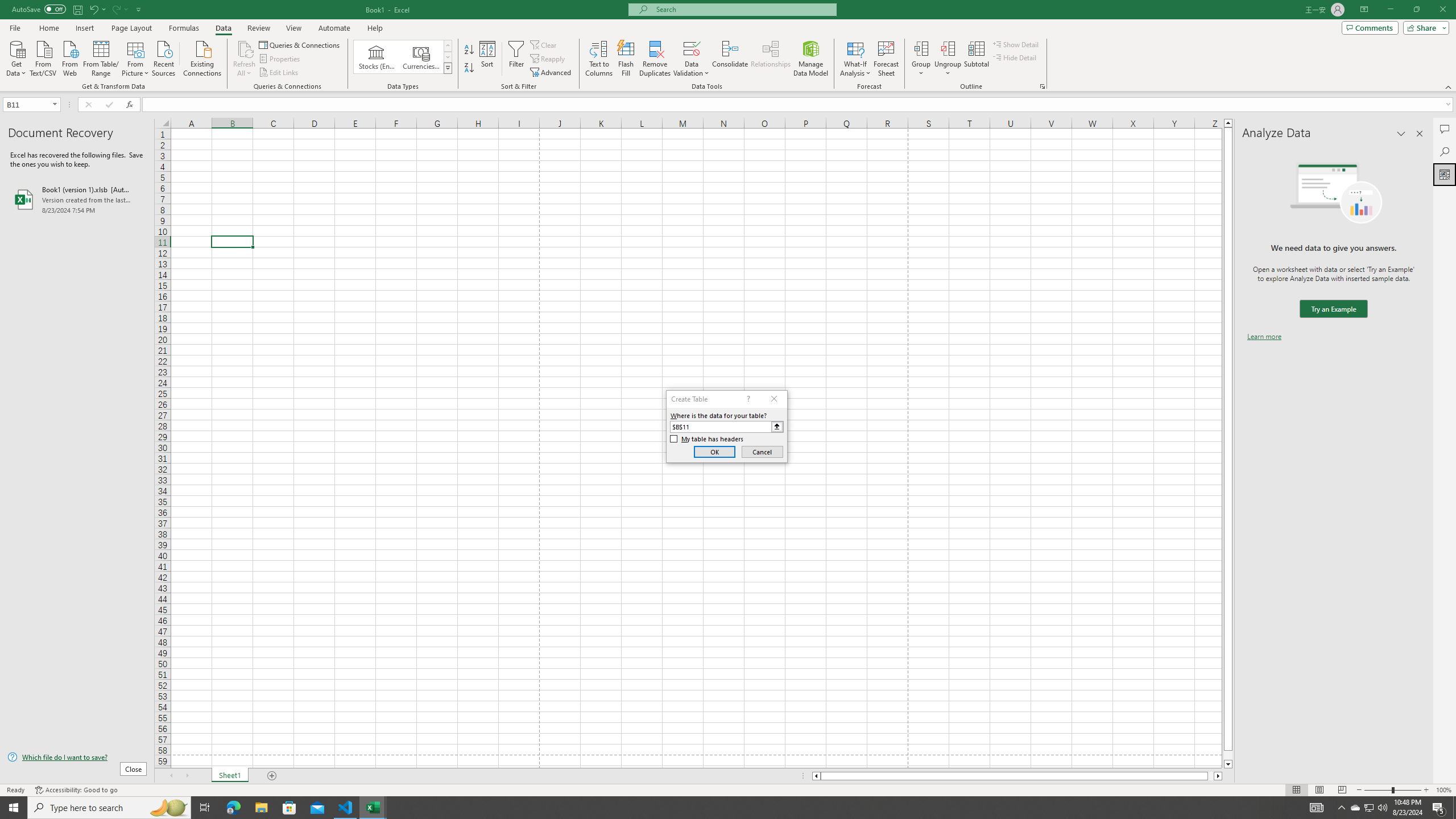  I want to click on 'Text to Columns...', so click(598, 59).